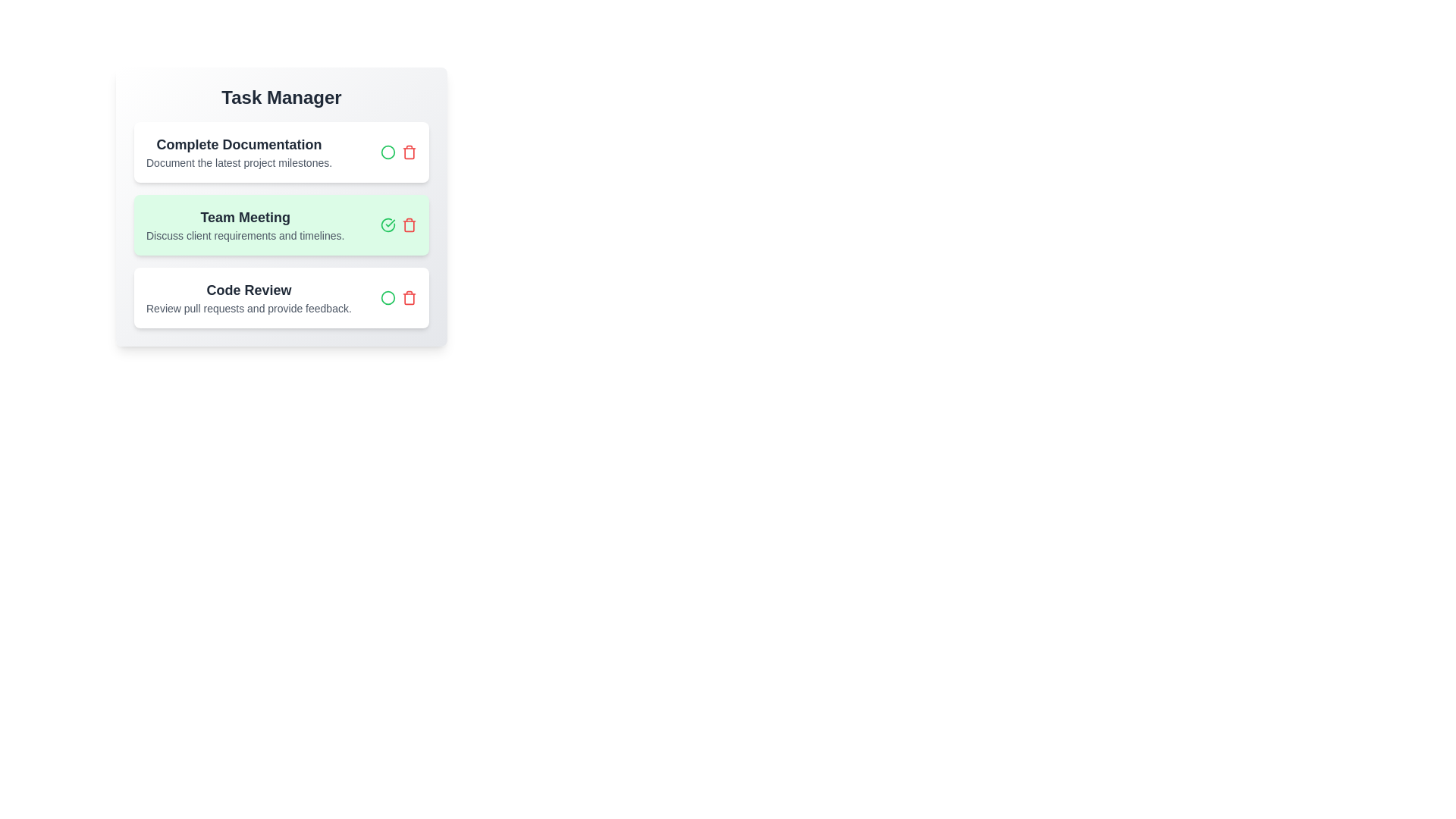  I want to click on the task titled 'Code Review' by clicking its delete button, so click(409, 298).